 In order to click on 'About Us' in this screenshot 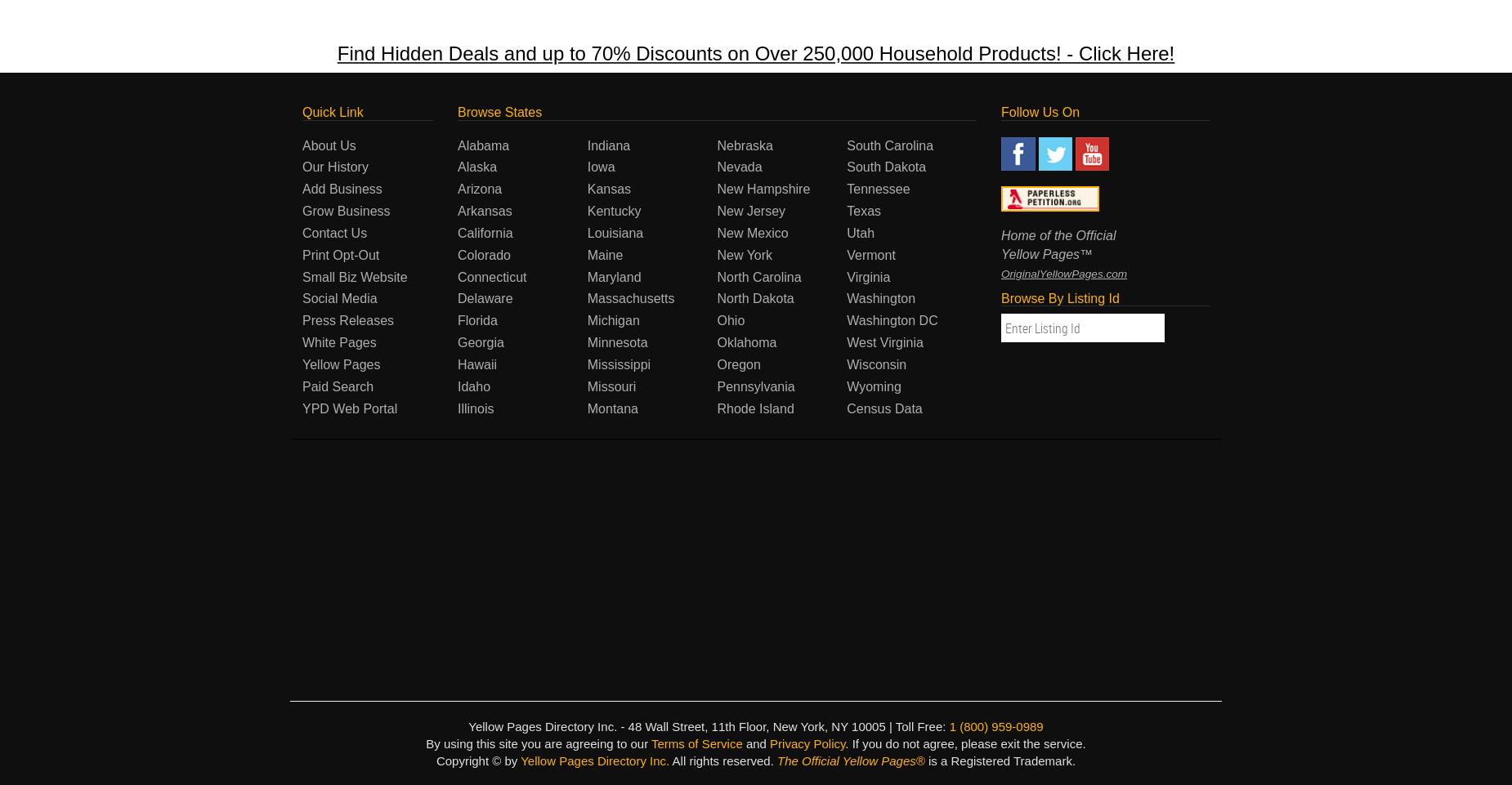, I will do `click(328, 145)`.